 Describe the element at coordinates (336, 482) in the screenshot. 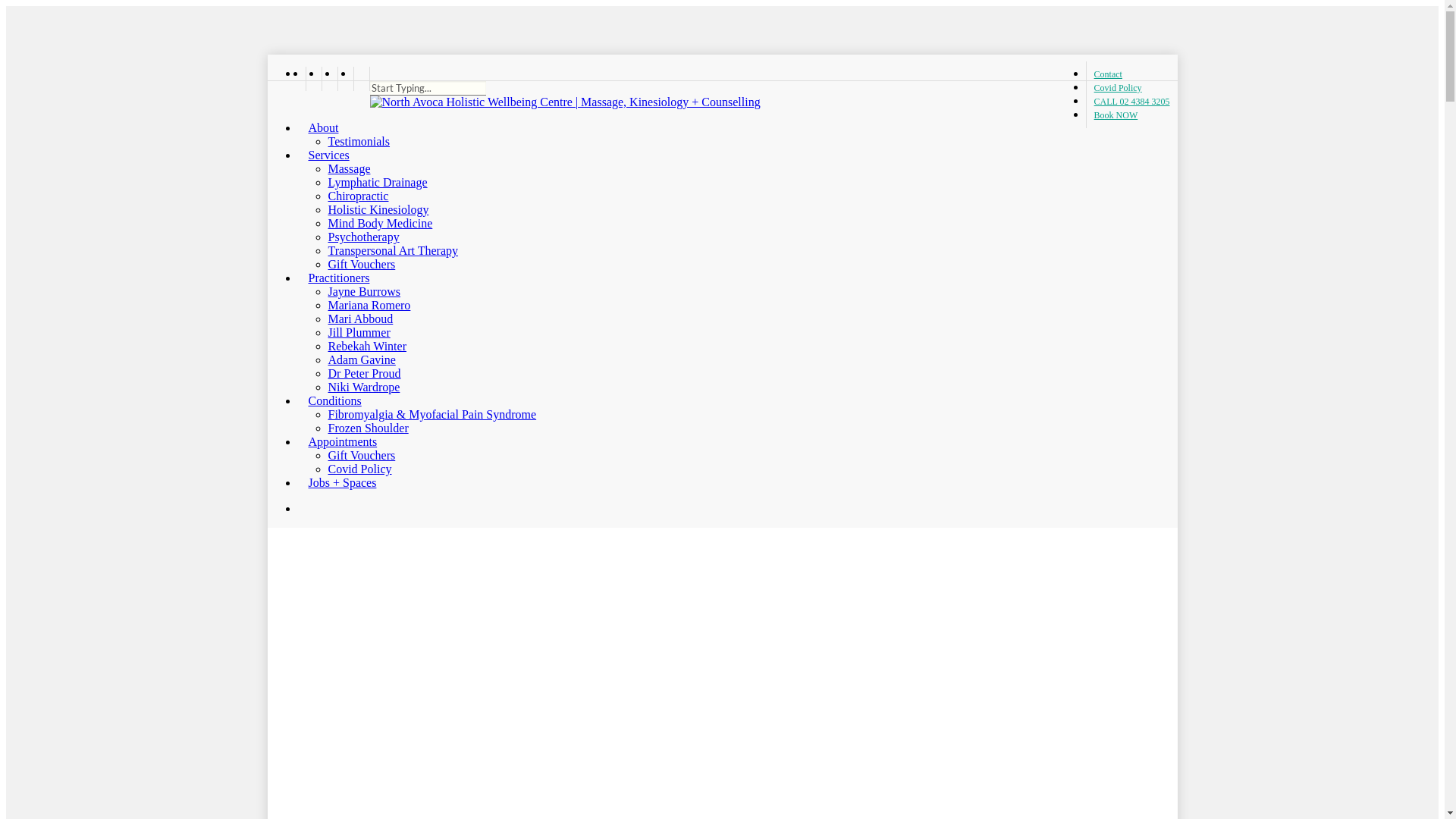

I see `'Jobs + Spaces'` at that location.